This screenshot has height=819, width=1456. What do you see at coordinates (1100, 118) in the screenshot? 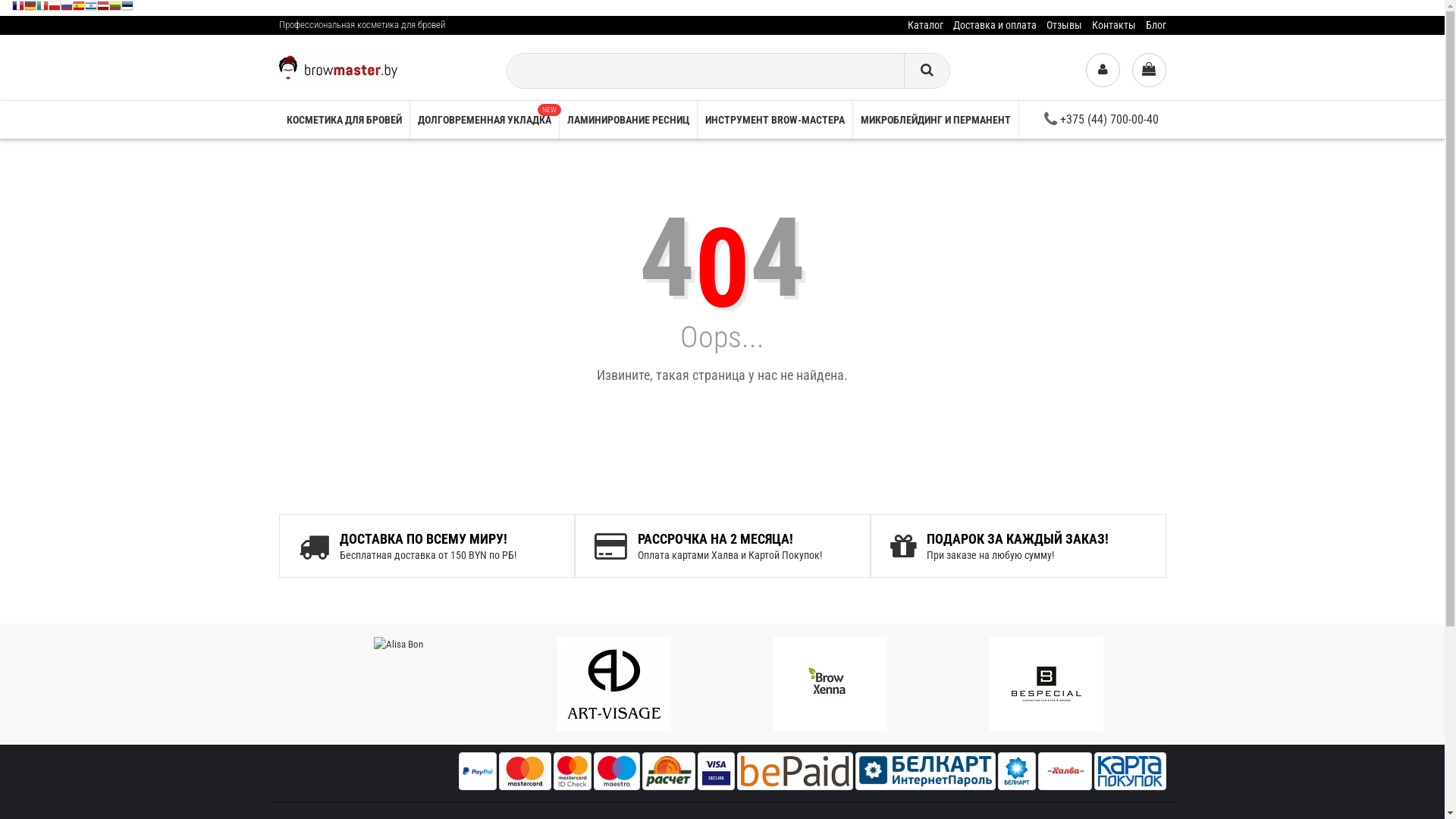
I see `'+375 (44) 700-00-40'` at bounding box center [1100, 118].